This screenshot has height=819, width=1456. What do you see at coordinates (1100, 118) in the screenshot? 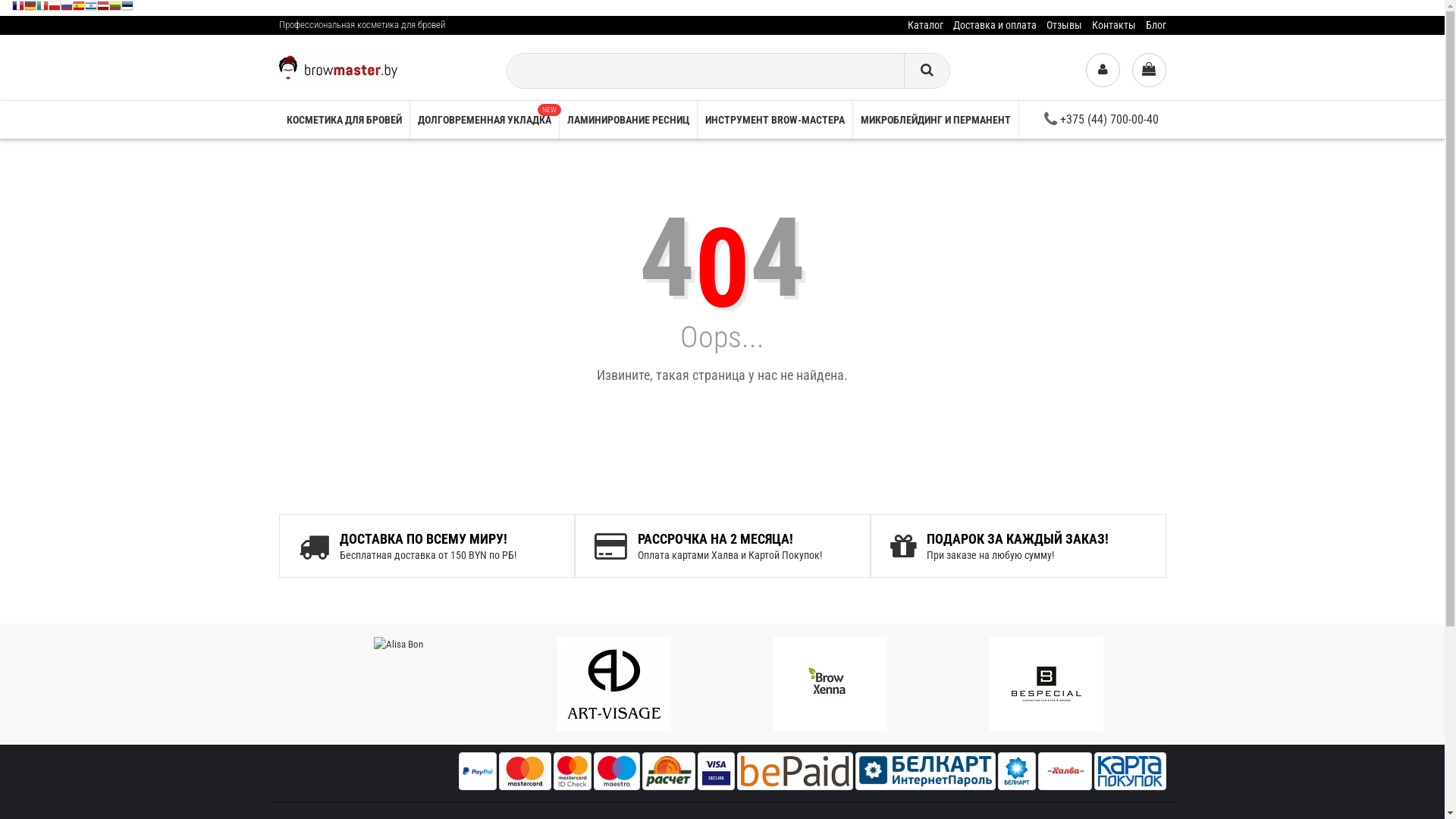
I see `'+375 (44) 700-00-40'` at bounding box center [1100, 118].